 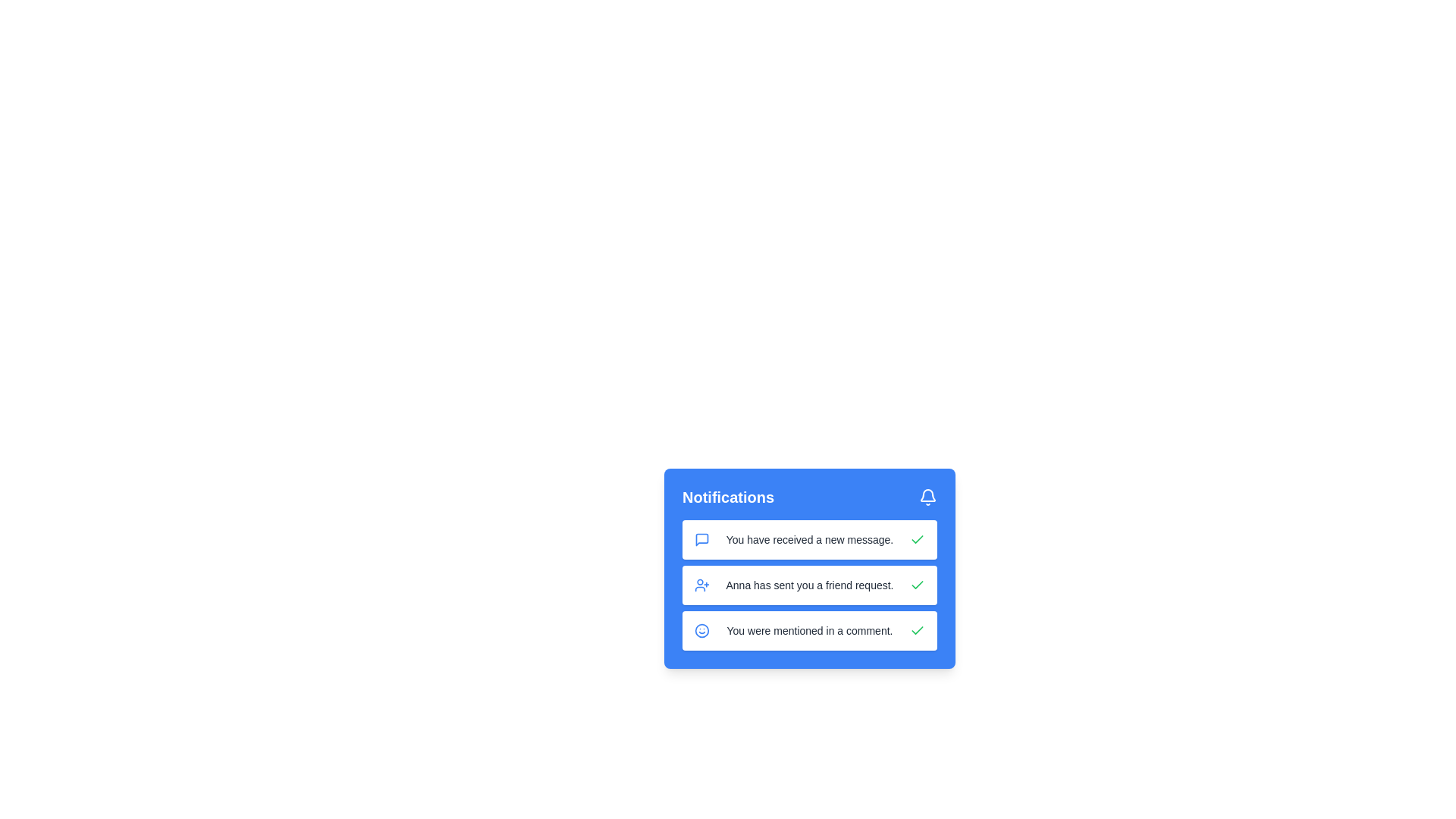 I want to click on the checkmark button for the notification labeled 'You were mentioned in a comment.', so click(x=916, y=631).